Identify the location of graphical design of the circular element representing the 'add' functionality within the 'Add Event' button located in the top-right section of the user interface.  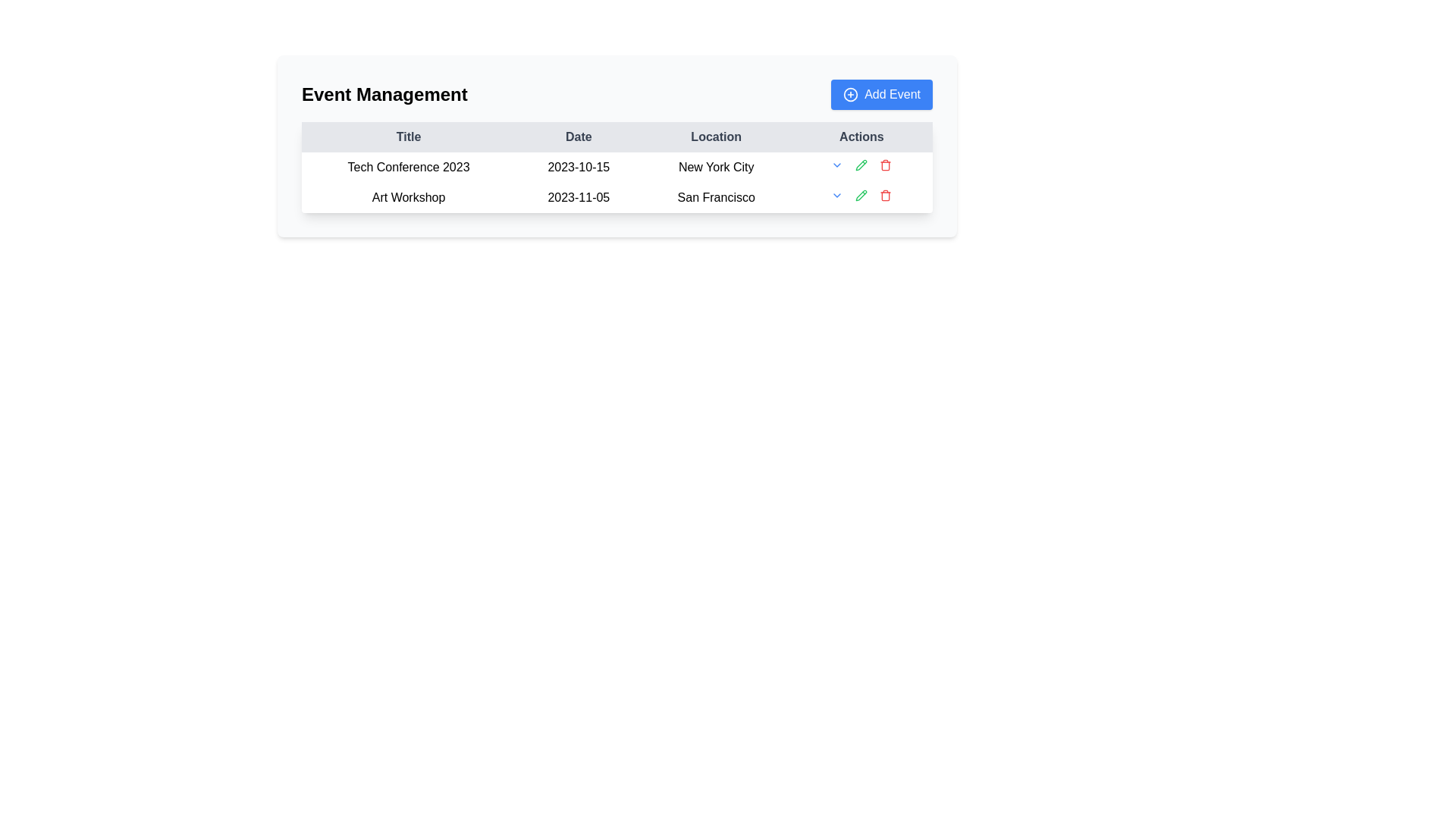
(851, 94).